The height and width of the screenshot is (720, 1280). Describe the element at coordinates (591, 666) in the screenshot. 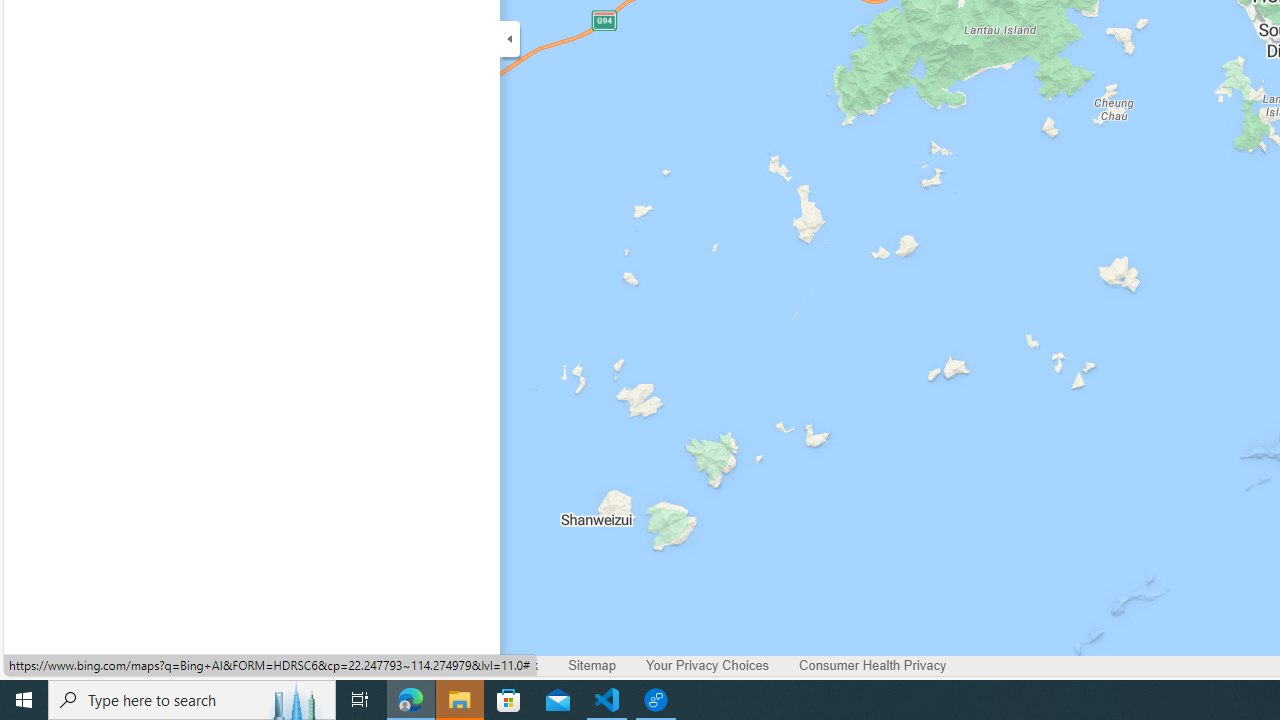

I see `'Sitemap'` at that location.